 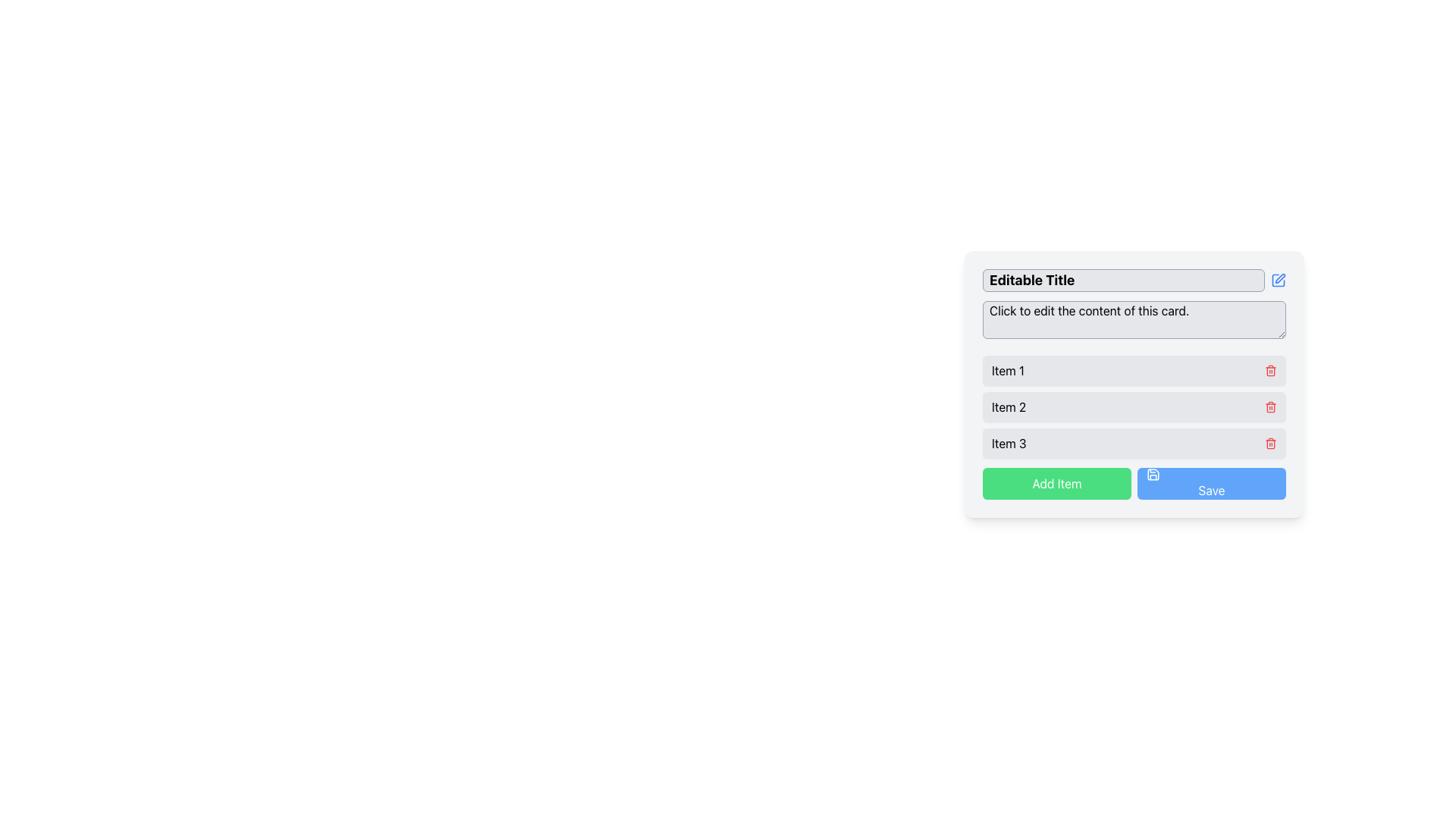 What do you see at coordinates (1153, 473) in the screenshot?
I see `the first segment of the 'save' SVG icon, which indicates the save functionality for users` at bounding box center [1153, 473].